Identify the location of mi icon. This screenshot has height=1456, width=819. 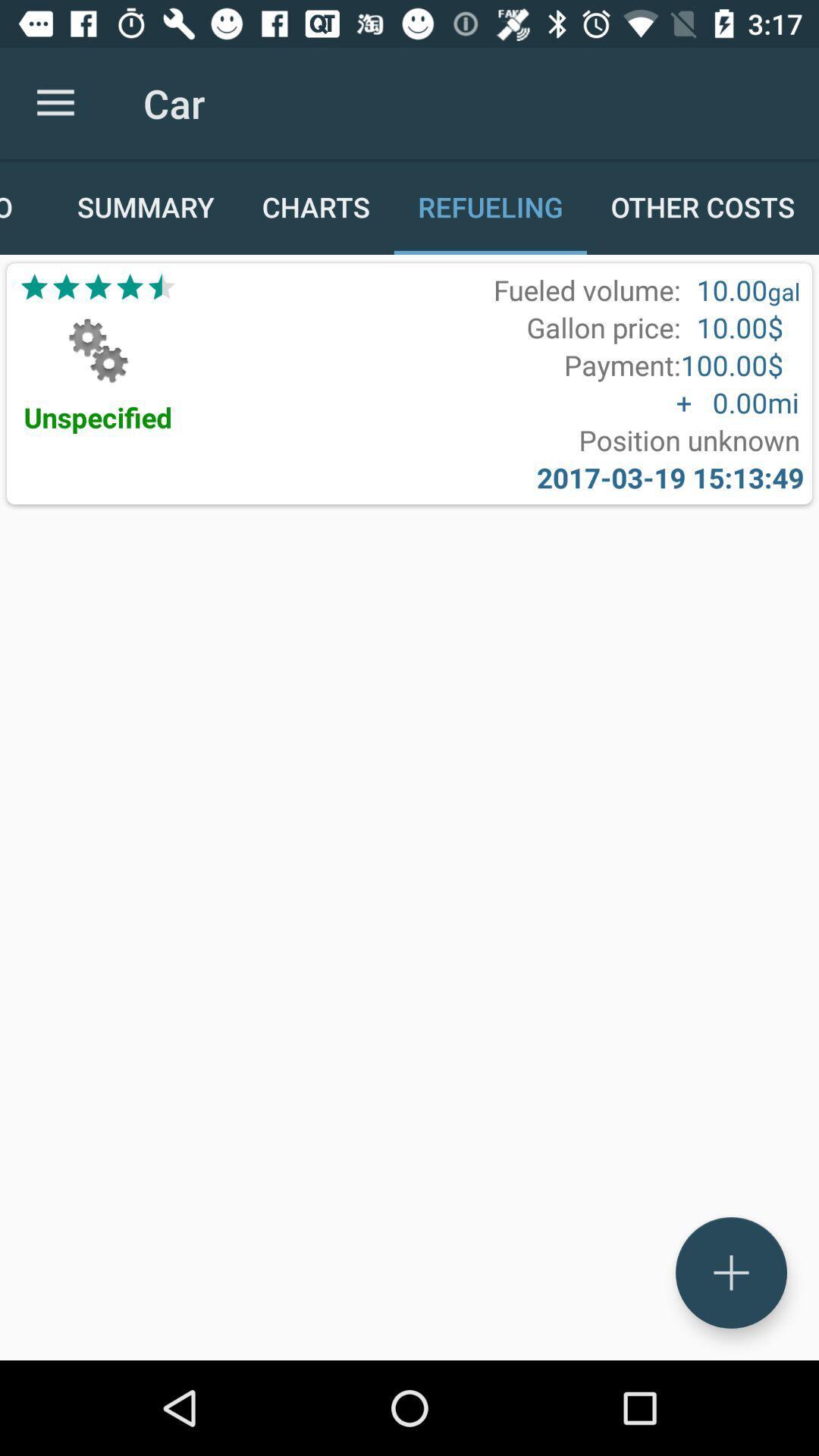
(783, 403).